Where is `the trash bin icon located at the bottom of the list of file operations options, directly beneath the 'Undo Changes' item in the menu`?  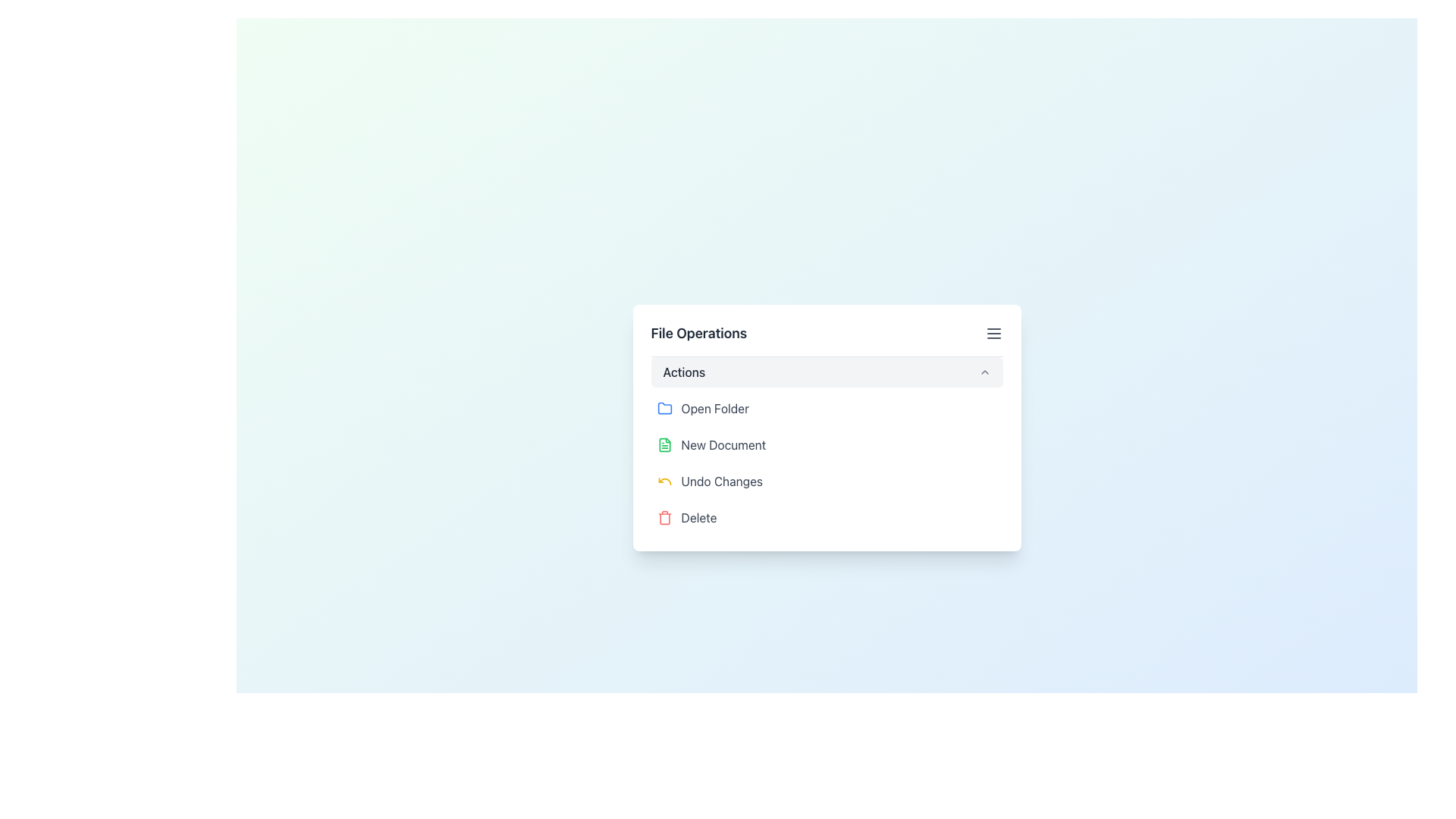
the trash bin icon located at the bottom of the list of file operations options, directly beneath the 'Undo Changes' item in the menu is located at coordinates (664, 518).